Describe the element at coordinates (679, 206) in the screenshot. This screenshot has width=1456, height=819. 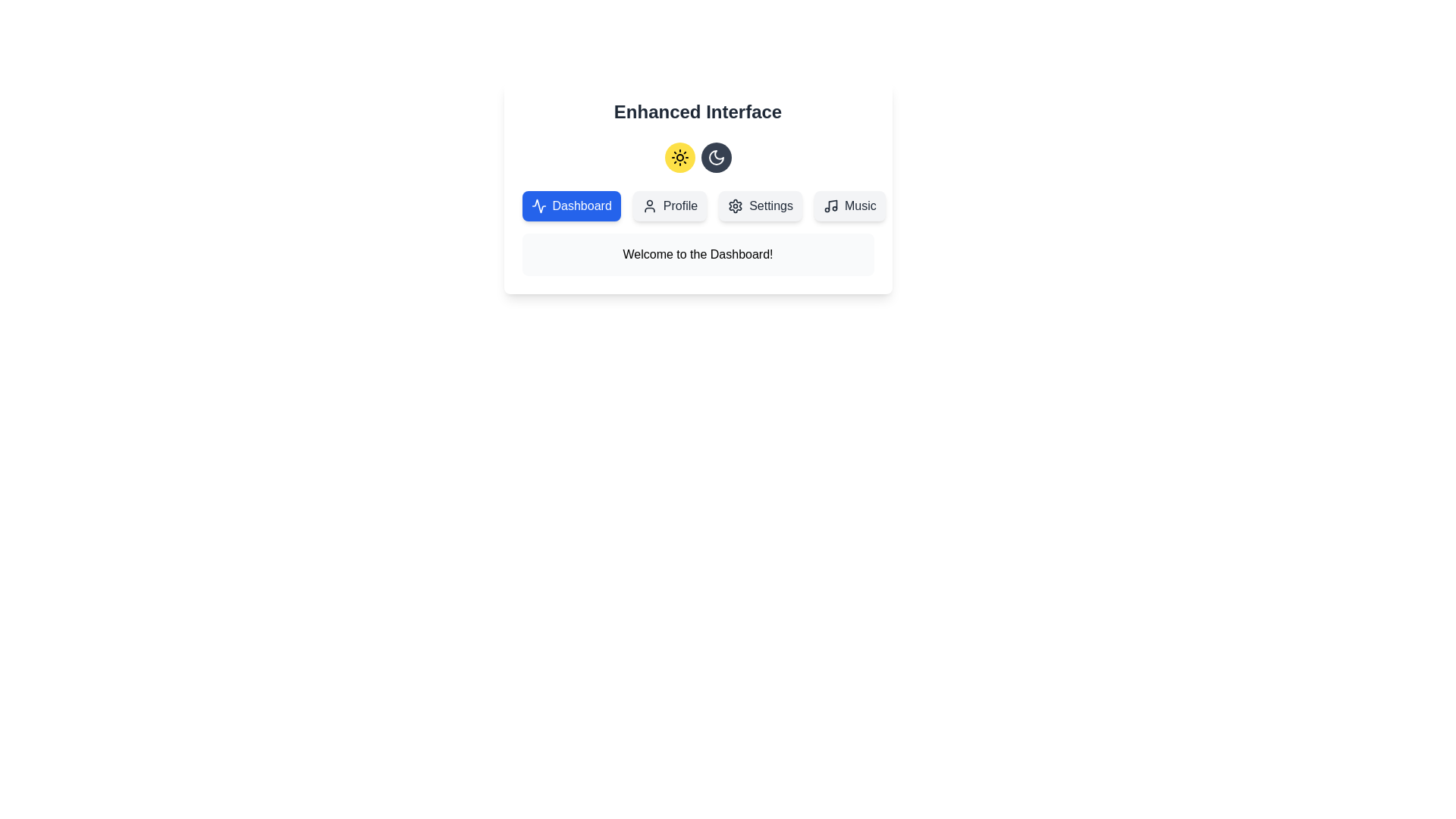
I see `the 'Profile' text label` at that location.